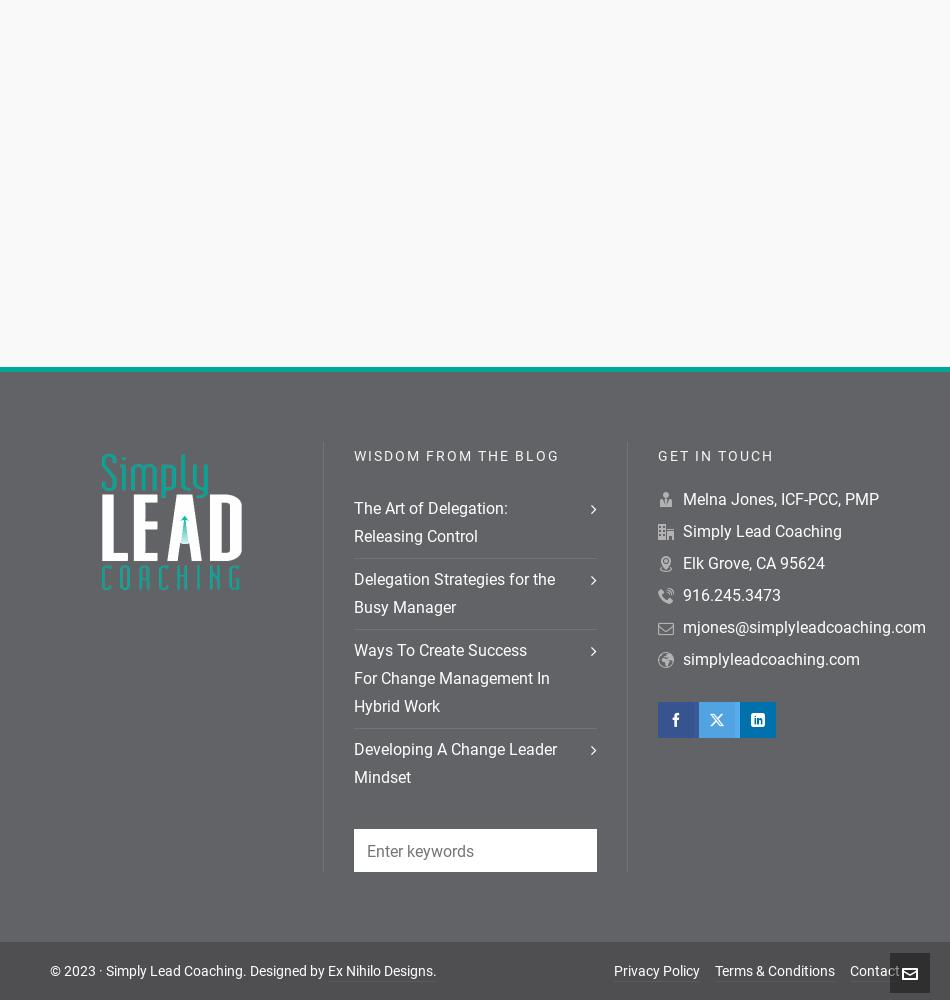  I want to click on '© 2023 · Simply Lead Coaching. Designed by', so click(188, 970).